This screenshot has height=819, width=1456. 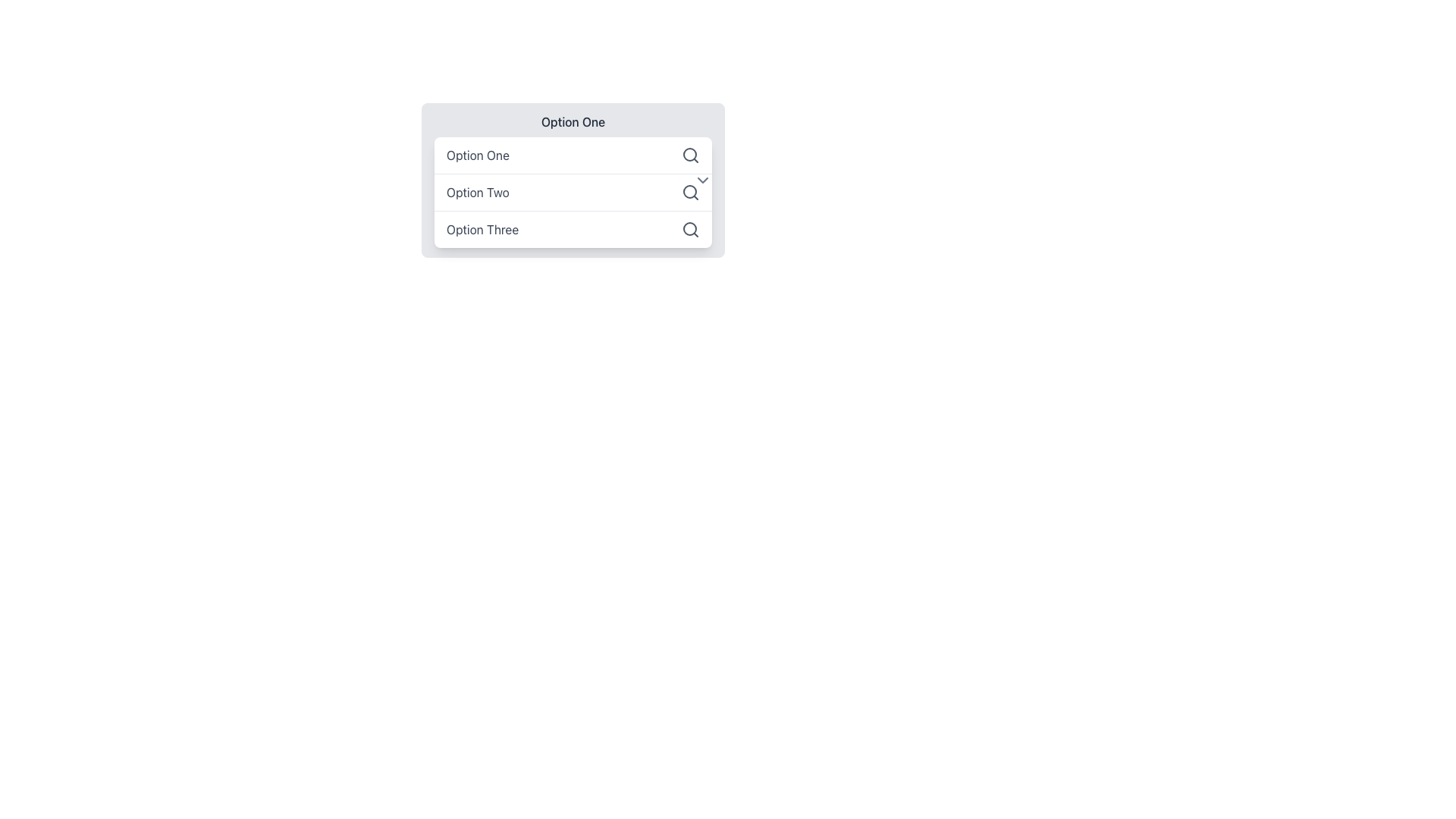 What do you see at coordinates (690, 155) in the screenshot?
I see `the search icon located at the far right of the 'Option One' item` at bounding box center [690, 155].